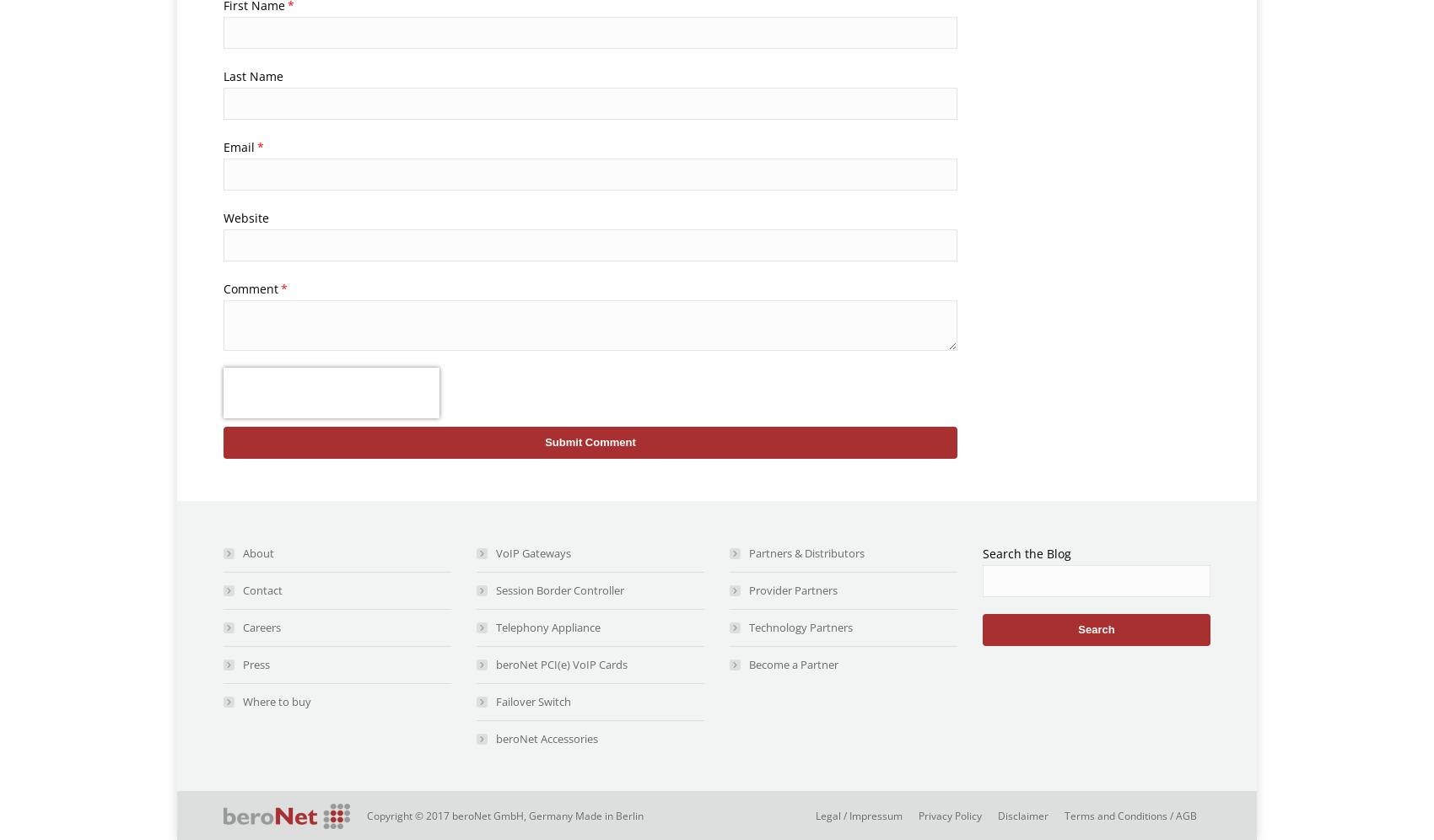 This screenshot has width=1434, height=840. What do you see at coordinates (504, 815) in the screenshot?
I see `'Copyright © 2017 beroNet GmbH, Germany Made in Berlin'` at bounding box center [504, 815].